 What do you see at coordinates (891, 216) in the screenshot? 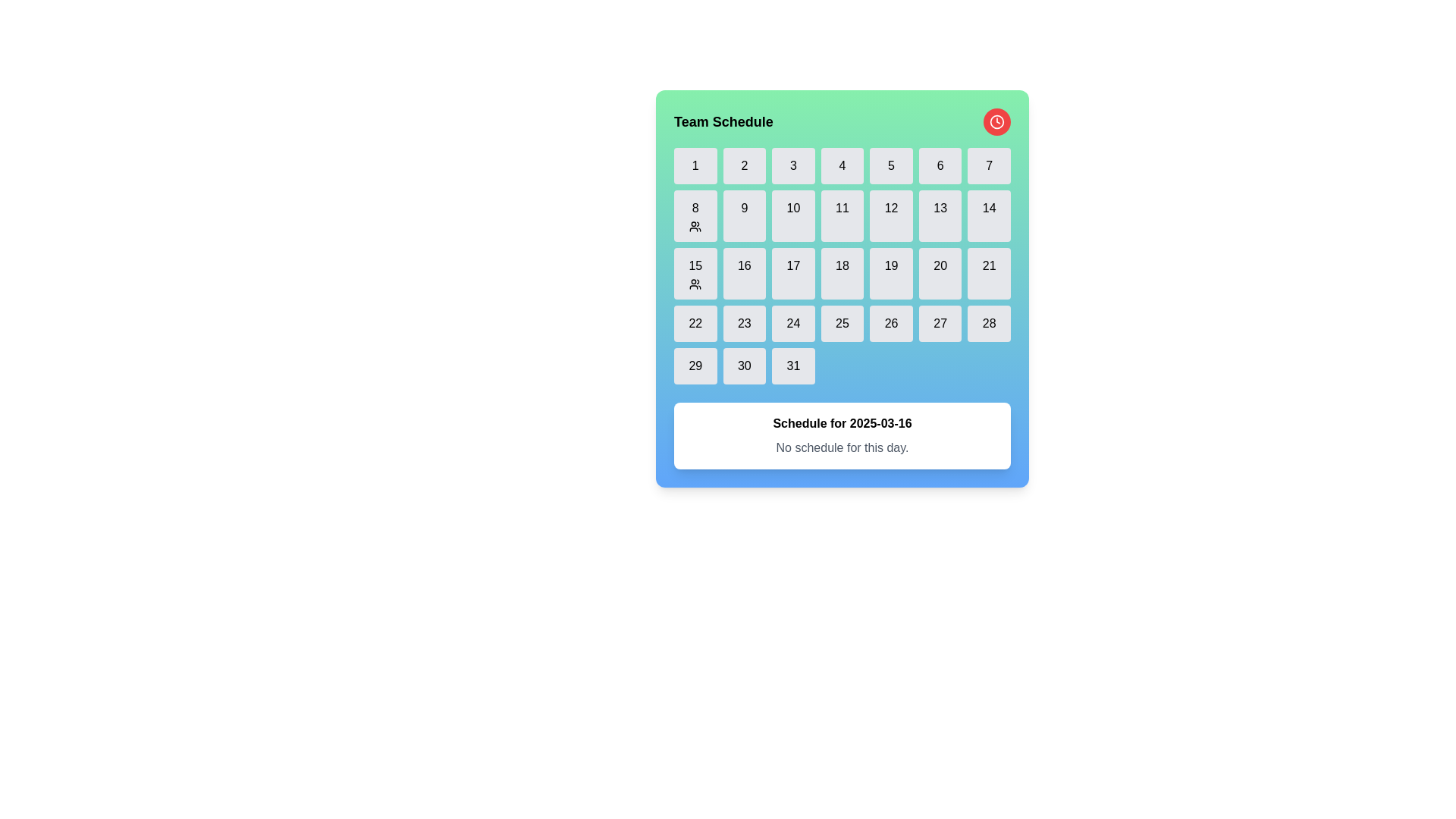
I see `the calendar date button displaying '12'` at bounding box center [891, 216].